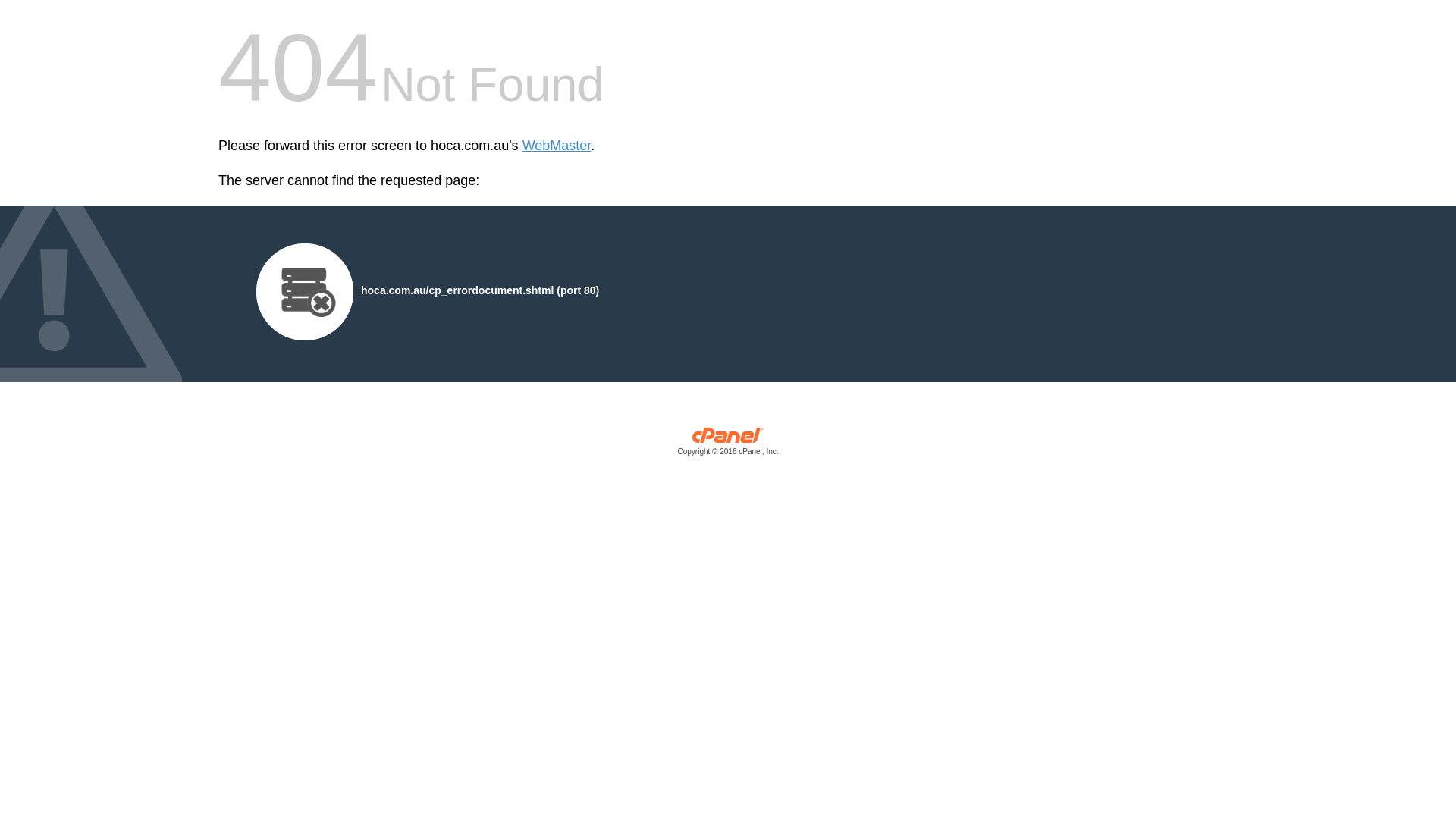  What do you see at coordinates (556, 146) in the screenshot?
I see `'WebMaster'` at bounding box center [556, 146].